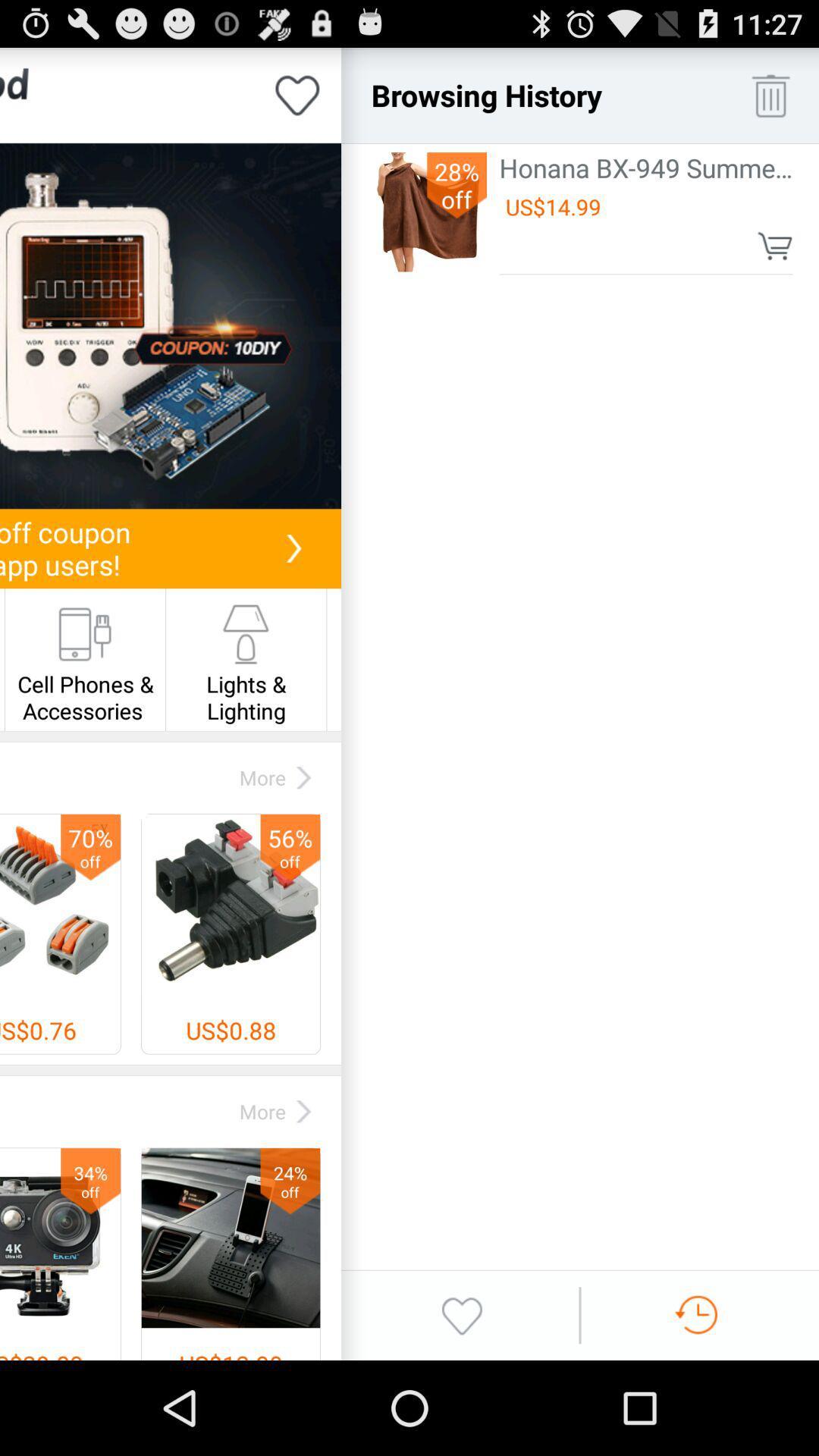 Image resolution: width=819 pixels, height=1456 pixels. I want to click on the 28%, so click(456, 184).